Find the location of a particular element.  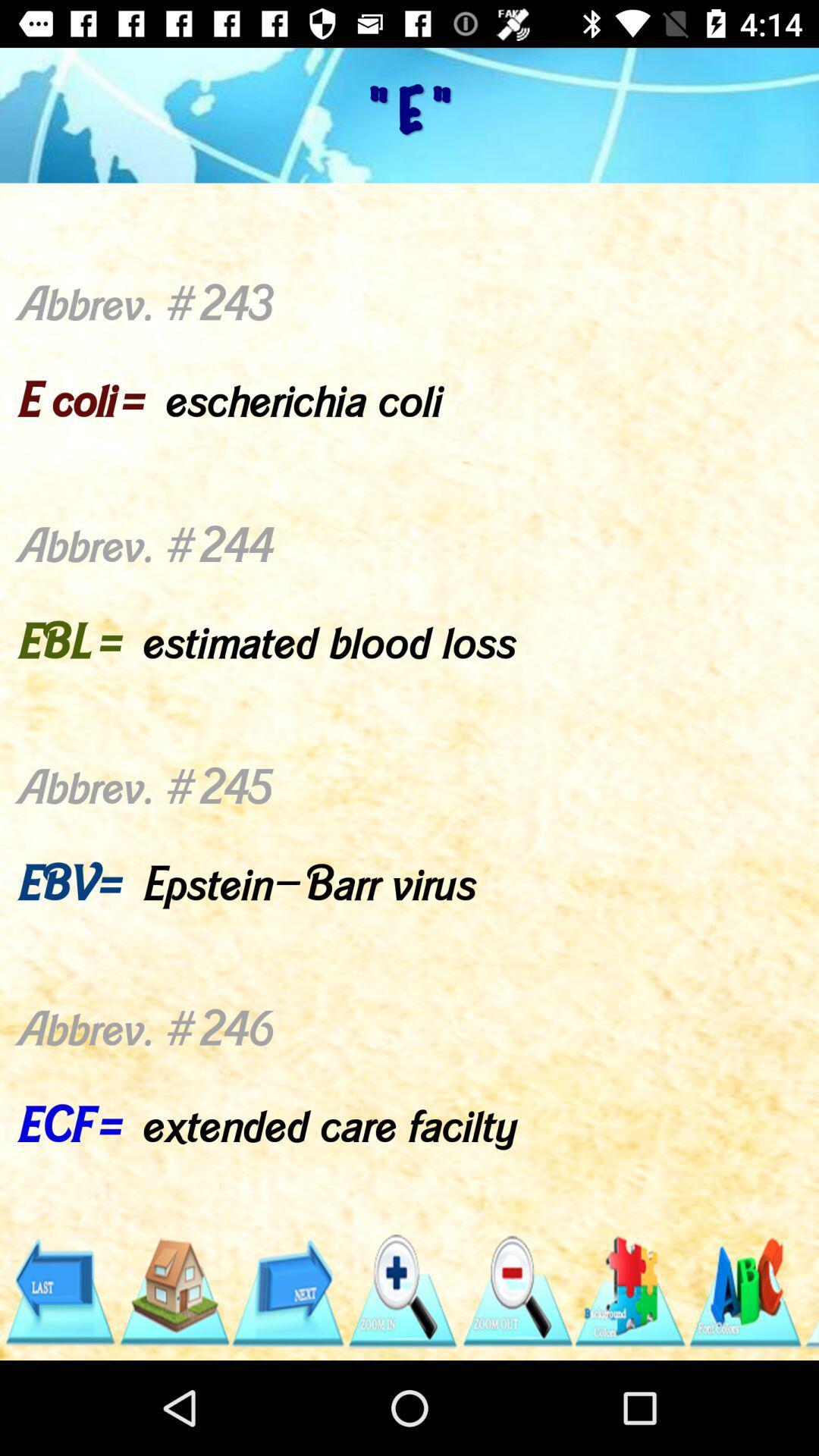

the app below the abbrev 	243	 	e icon is located at coordinates (287, 1291).